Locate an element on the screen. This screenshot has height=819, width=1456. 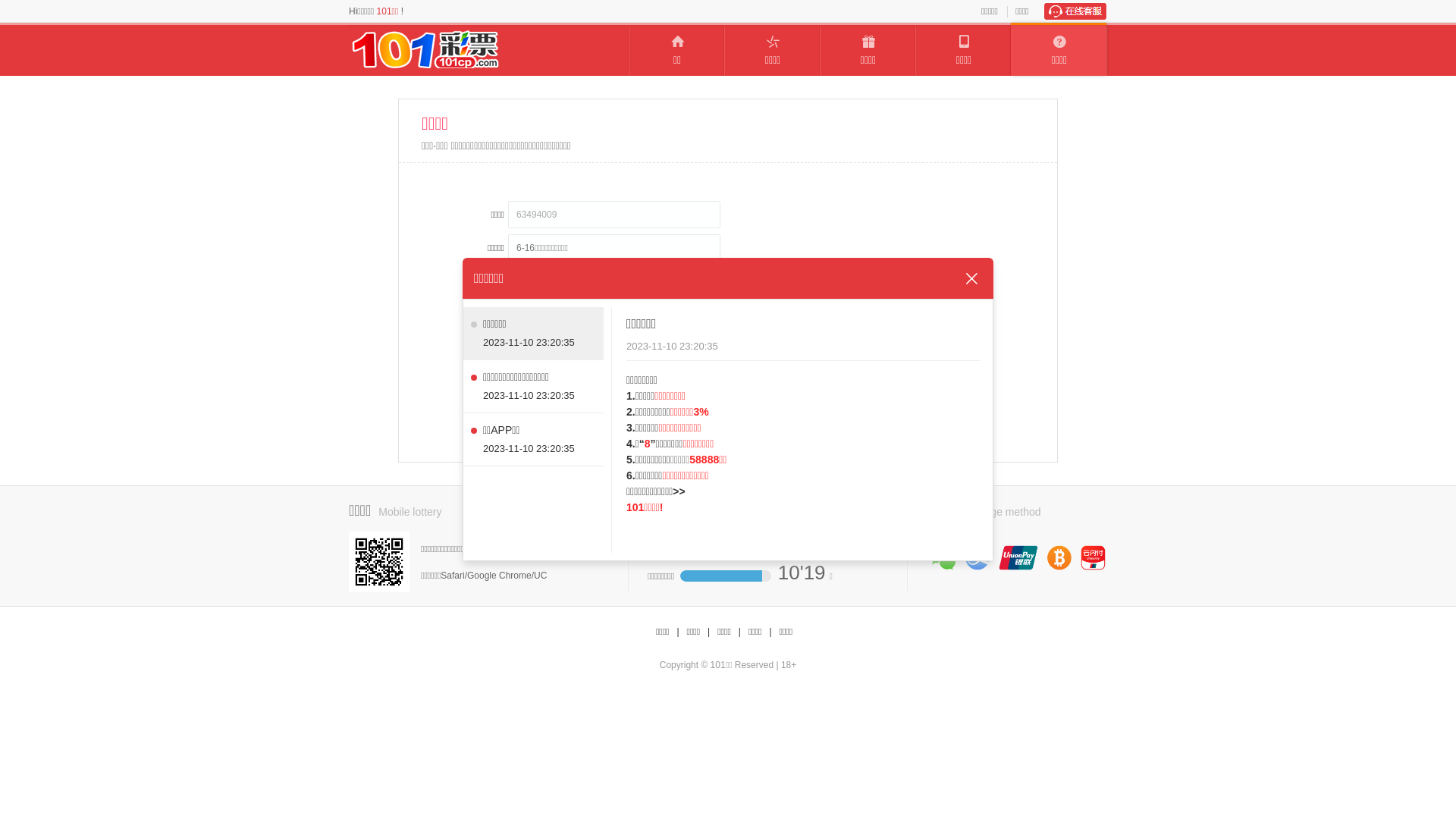
'|' is located at coordinates (676, 632).